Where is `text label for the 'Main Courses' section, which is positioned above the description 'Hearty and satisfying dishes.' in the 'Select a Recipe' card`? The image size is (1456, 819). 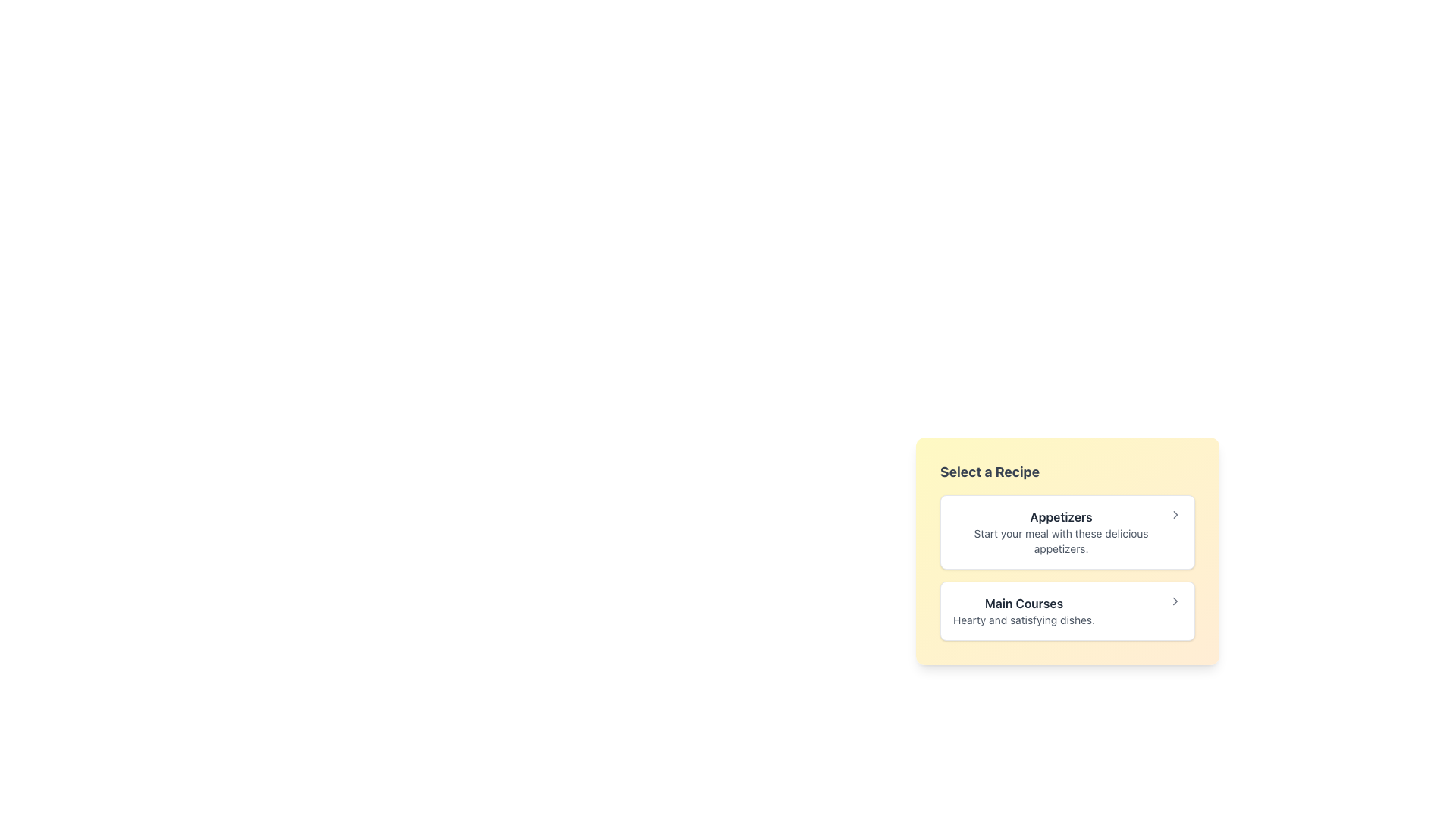
text label for the 'Main Courses' section, which is positioned above the description 'Hearty and satisfying dishes.' in the 'Select a Recipe' card is located at coordinates (1024, 602).